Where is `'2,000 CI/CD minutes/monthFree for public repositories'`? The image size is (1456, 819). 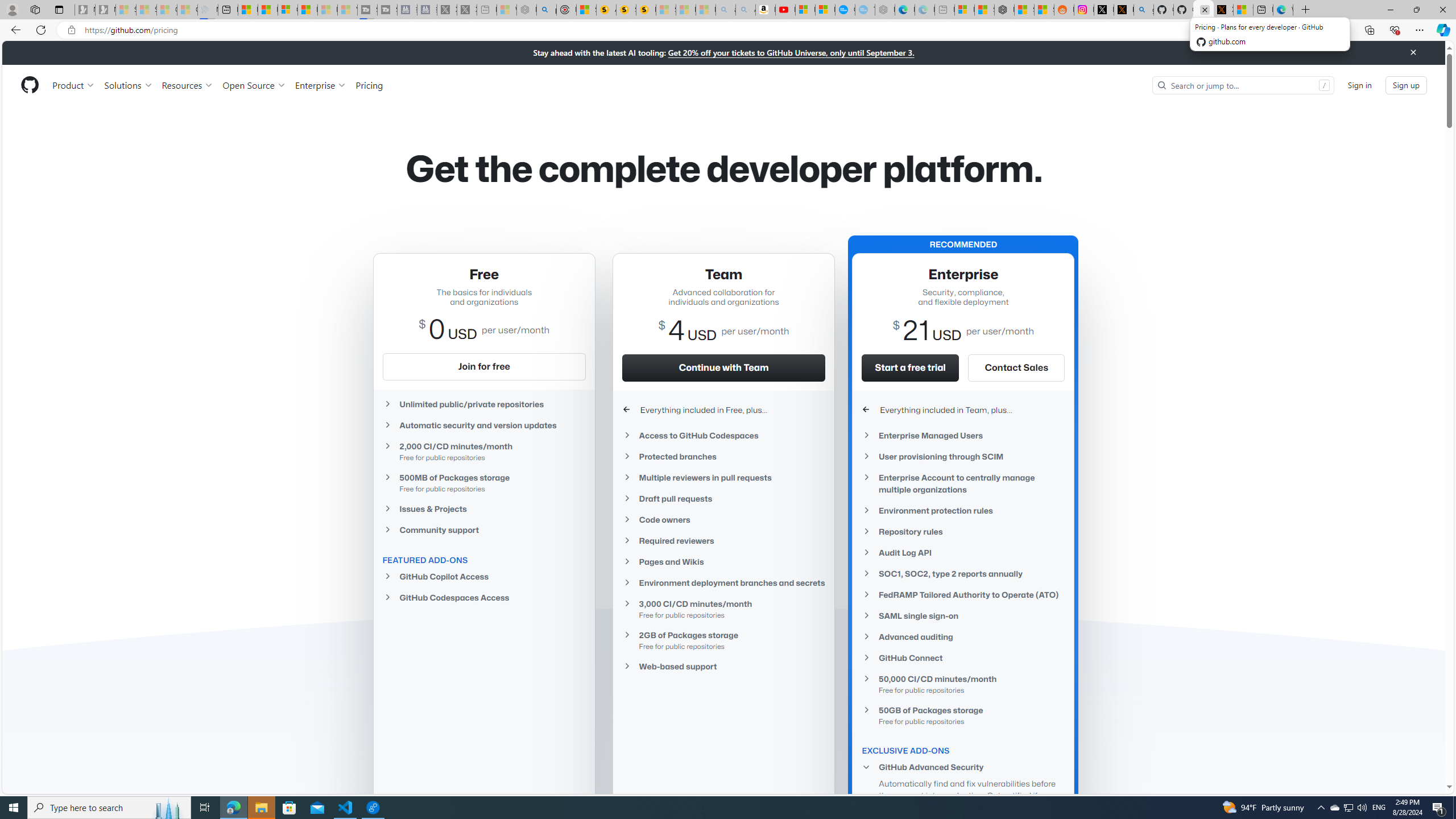
'2,000 CI/CD minutes/monthFree for public repositories' is located at coordinates (482, 450).